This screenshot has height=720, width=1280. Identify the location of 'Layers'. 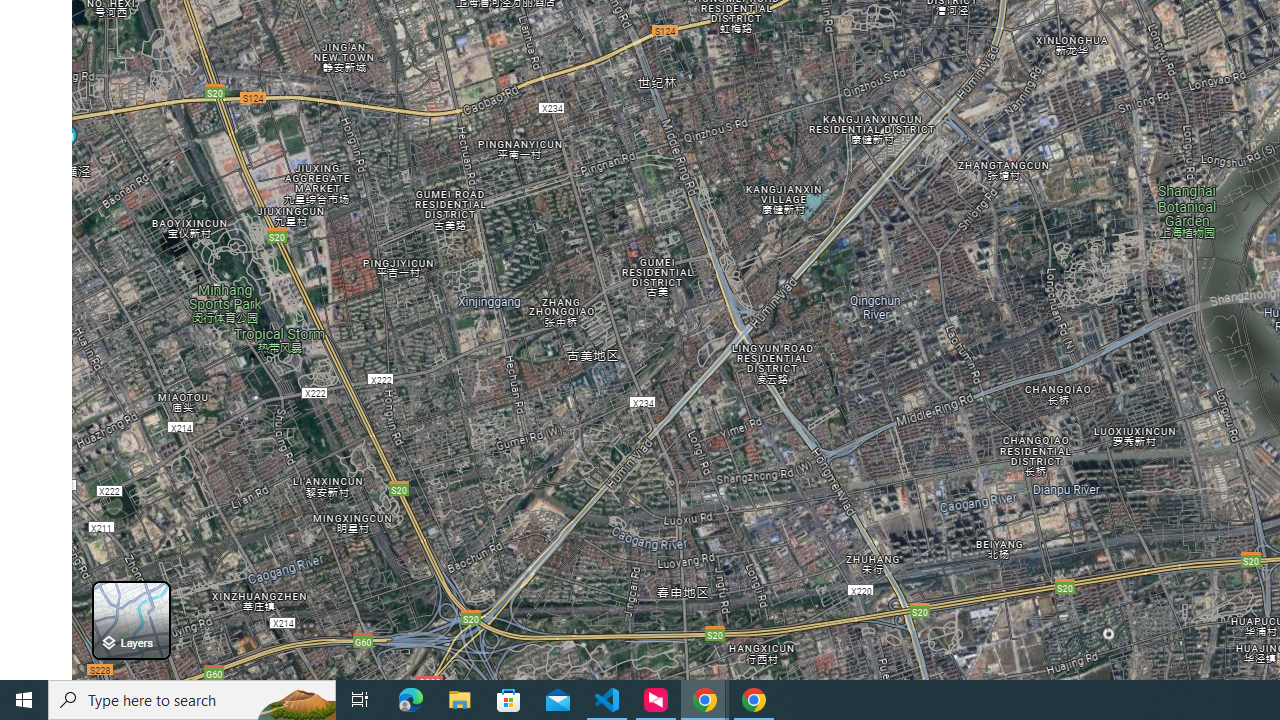
(130, 619).